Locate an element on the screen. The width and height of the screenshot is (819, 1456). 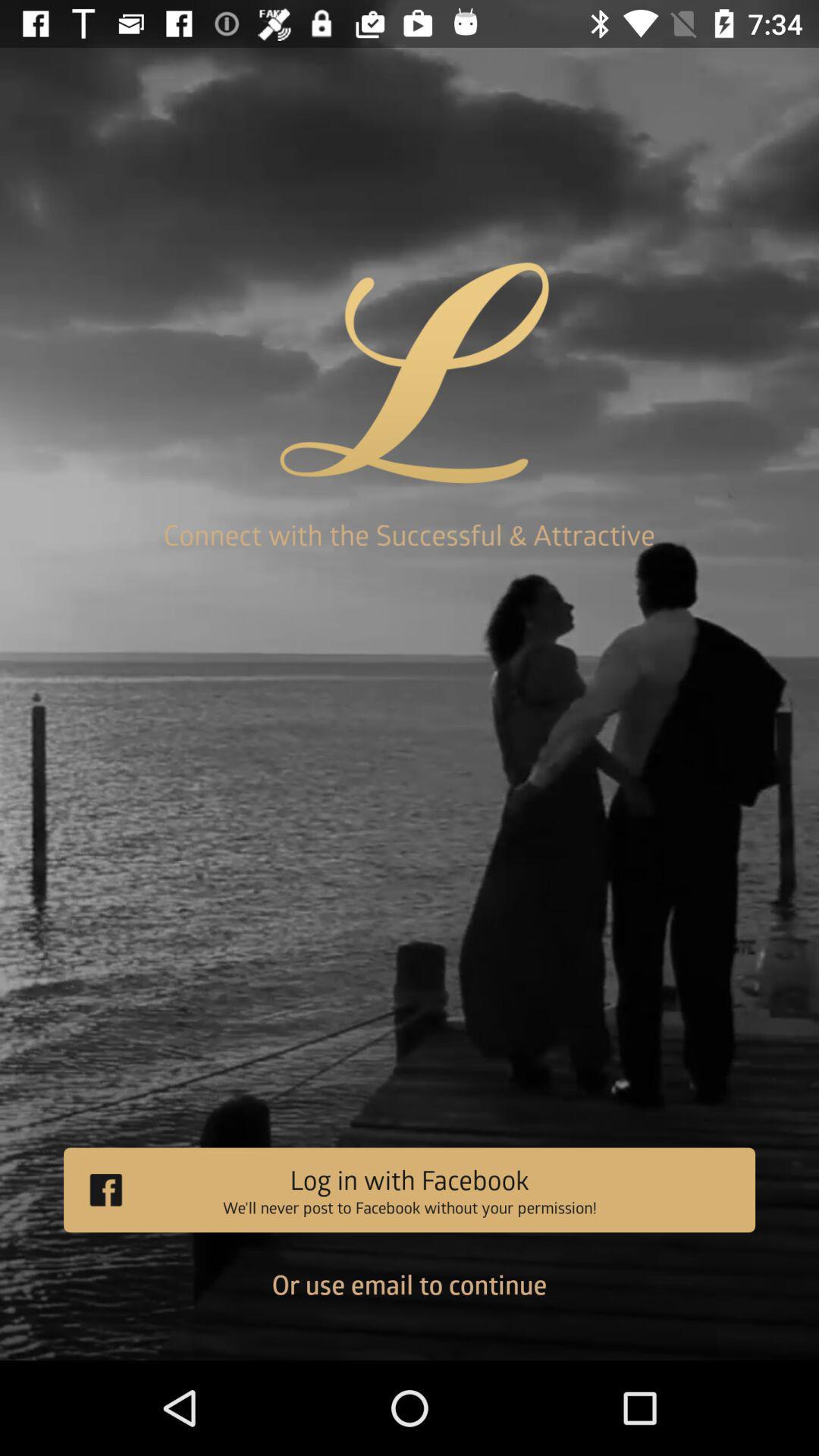
the item below log in with item is located at coordinates (409, 1295).